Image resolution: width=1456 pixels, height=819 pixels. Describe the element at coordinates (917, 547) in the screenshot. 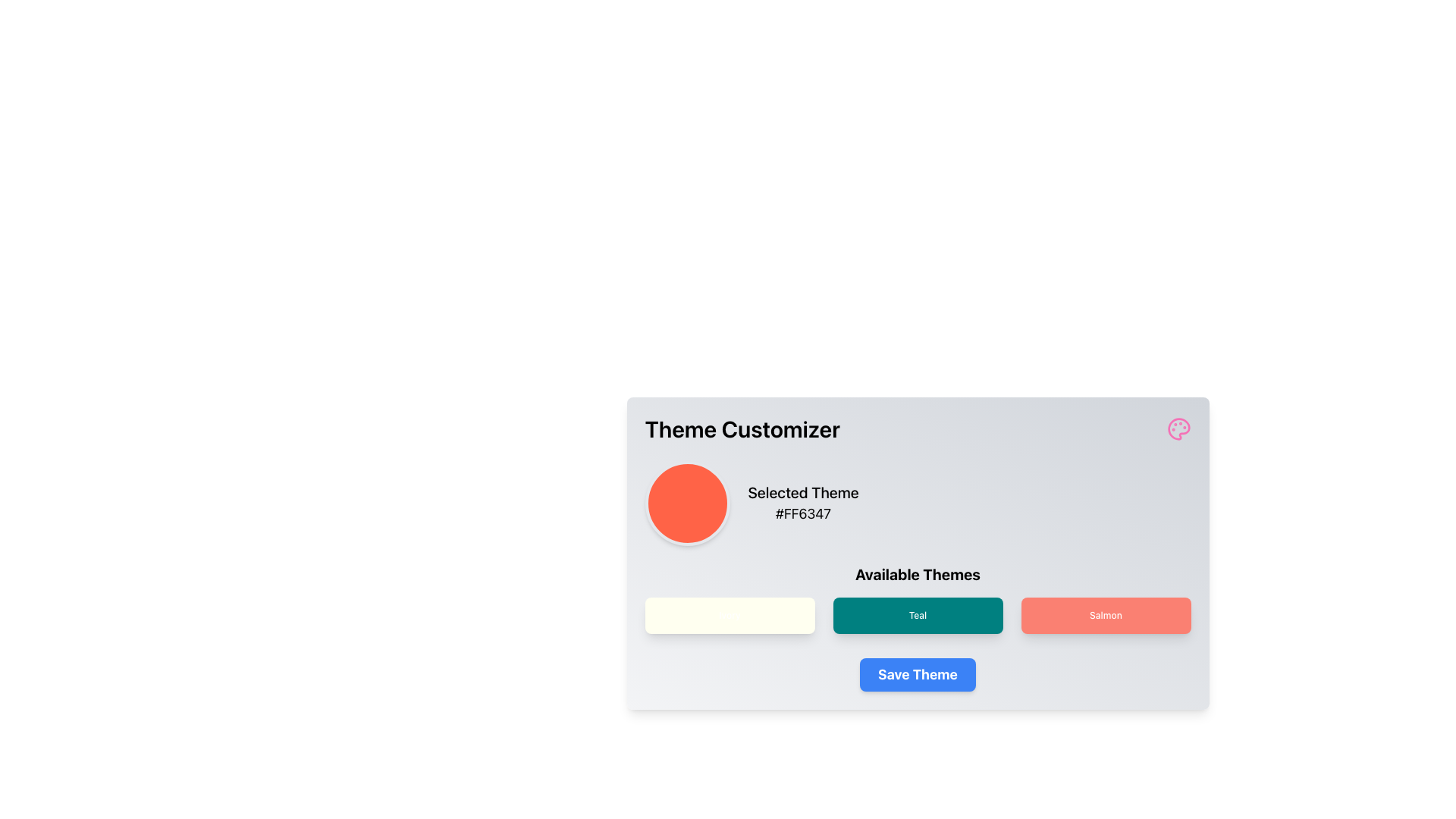

I see `the UI section containing the large circular color display labeled 'Selected Theme' with the hex color code '#FF6347' and the buttons labeled 'Ivory', 'Teal', and 'Salmon'` at that location.